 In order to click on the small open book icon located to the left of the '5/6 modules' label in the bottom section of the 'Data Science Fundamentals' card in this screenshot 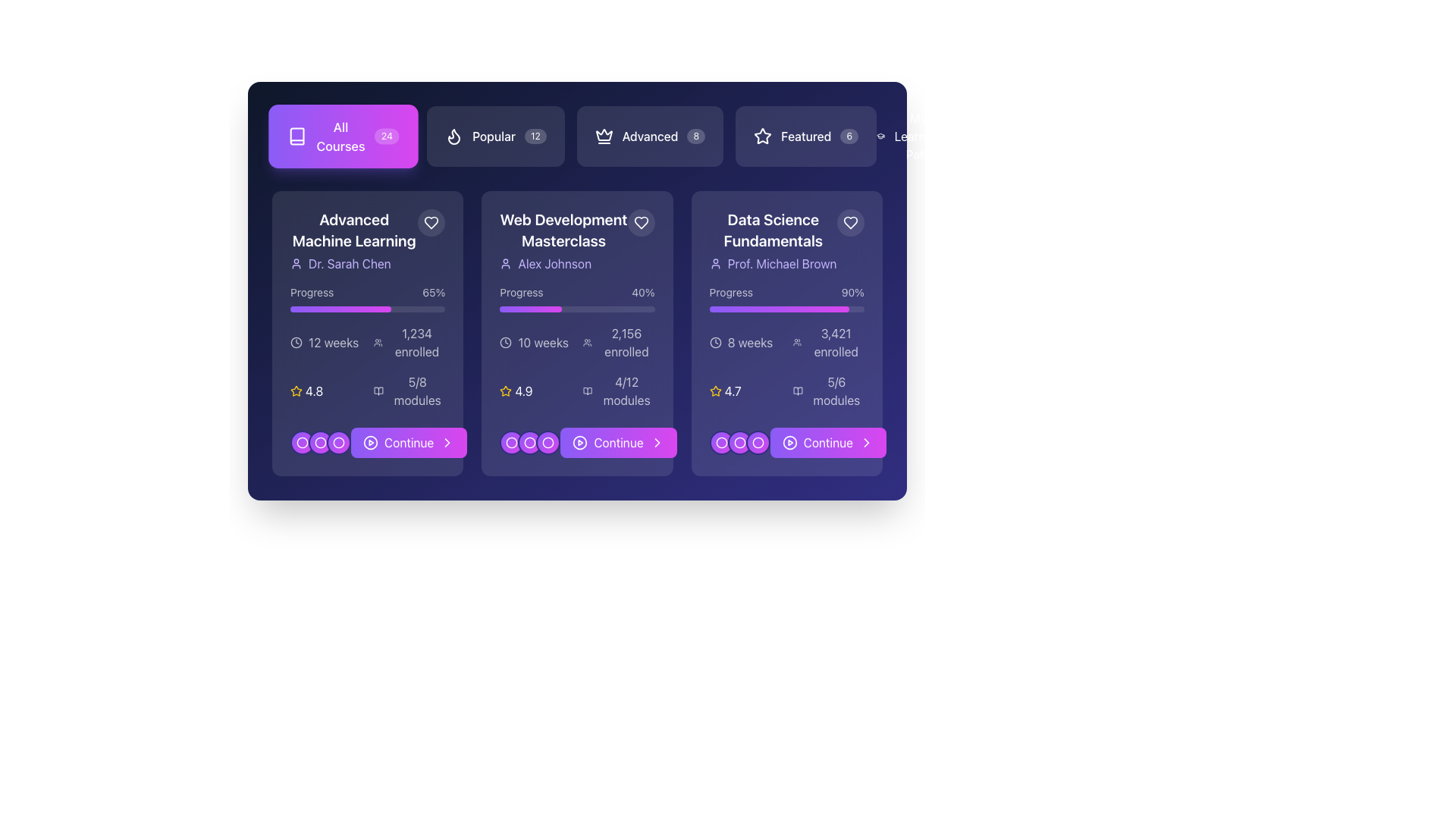, I will do `click(797, 391)`.